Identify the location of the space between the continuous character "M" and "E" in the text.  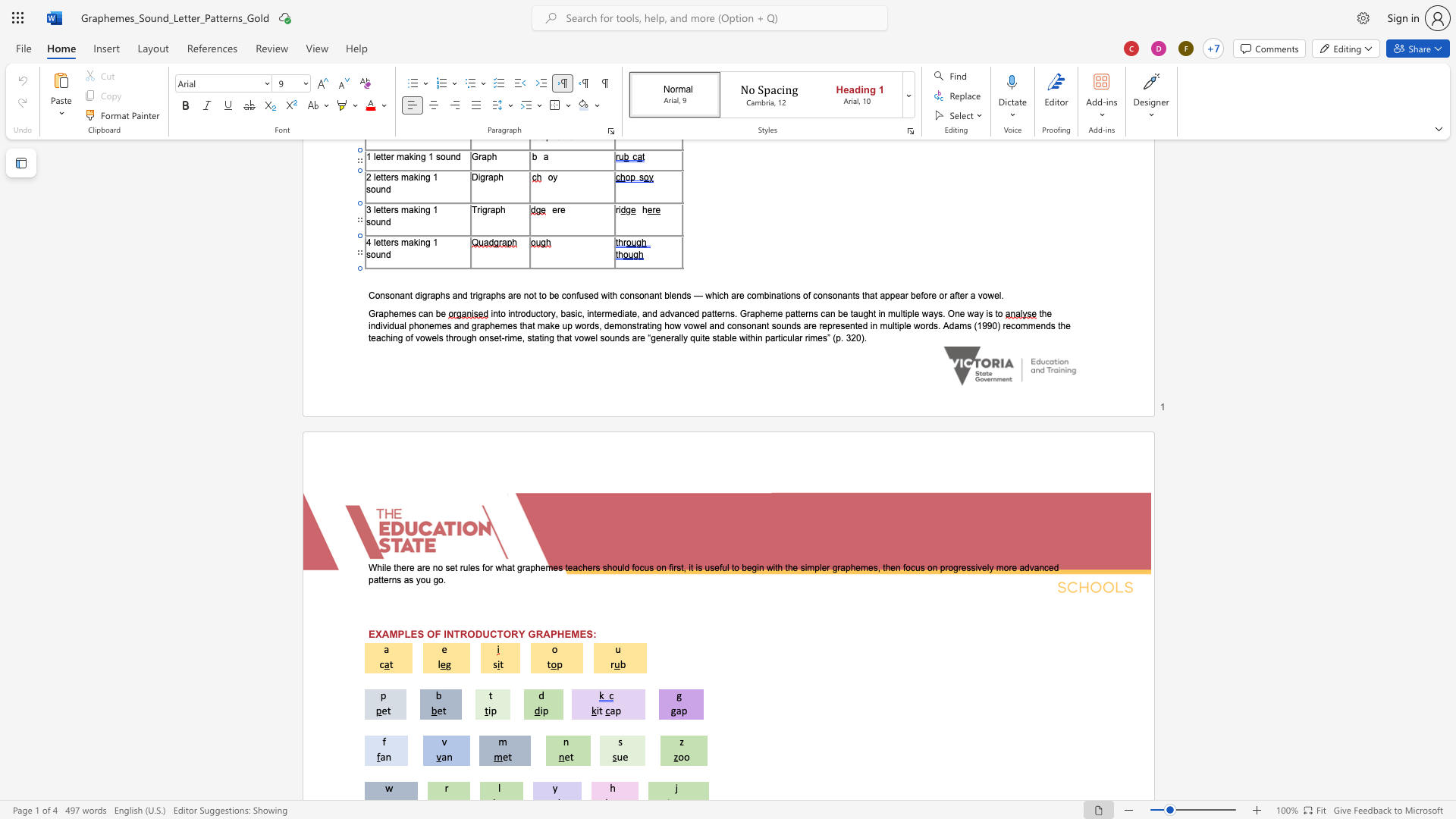
(578, 634).